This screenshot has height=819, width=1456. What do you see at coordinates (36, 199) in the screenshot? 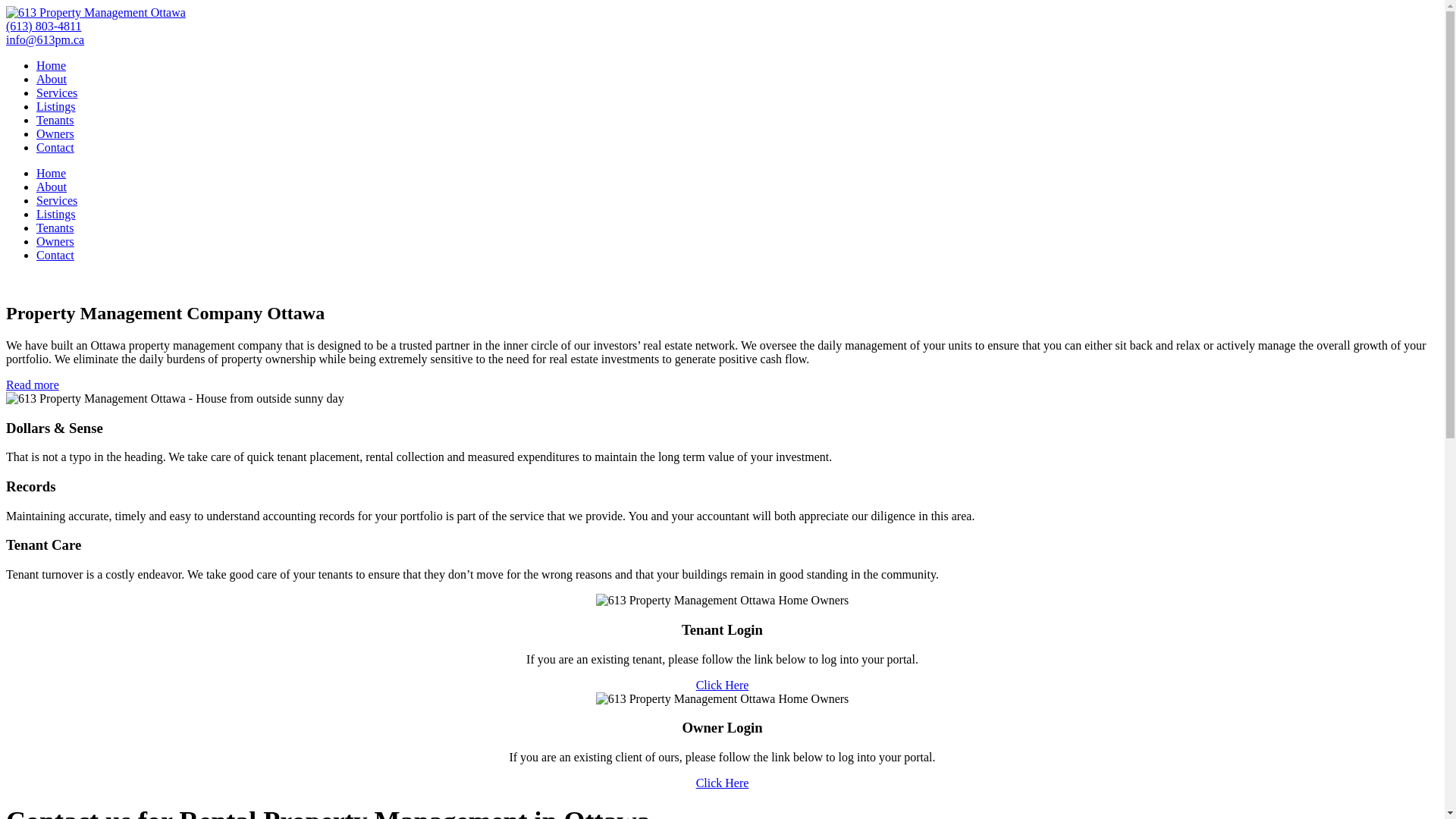
I see `'Services'` at bounding box center [36, 199].